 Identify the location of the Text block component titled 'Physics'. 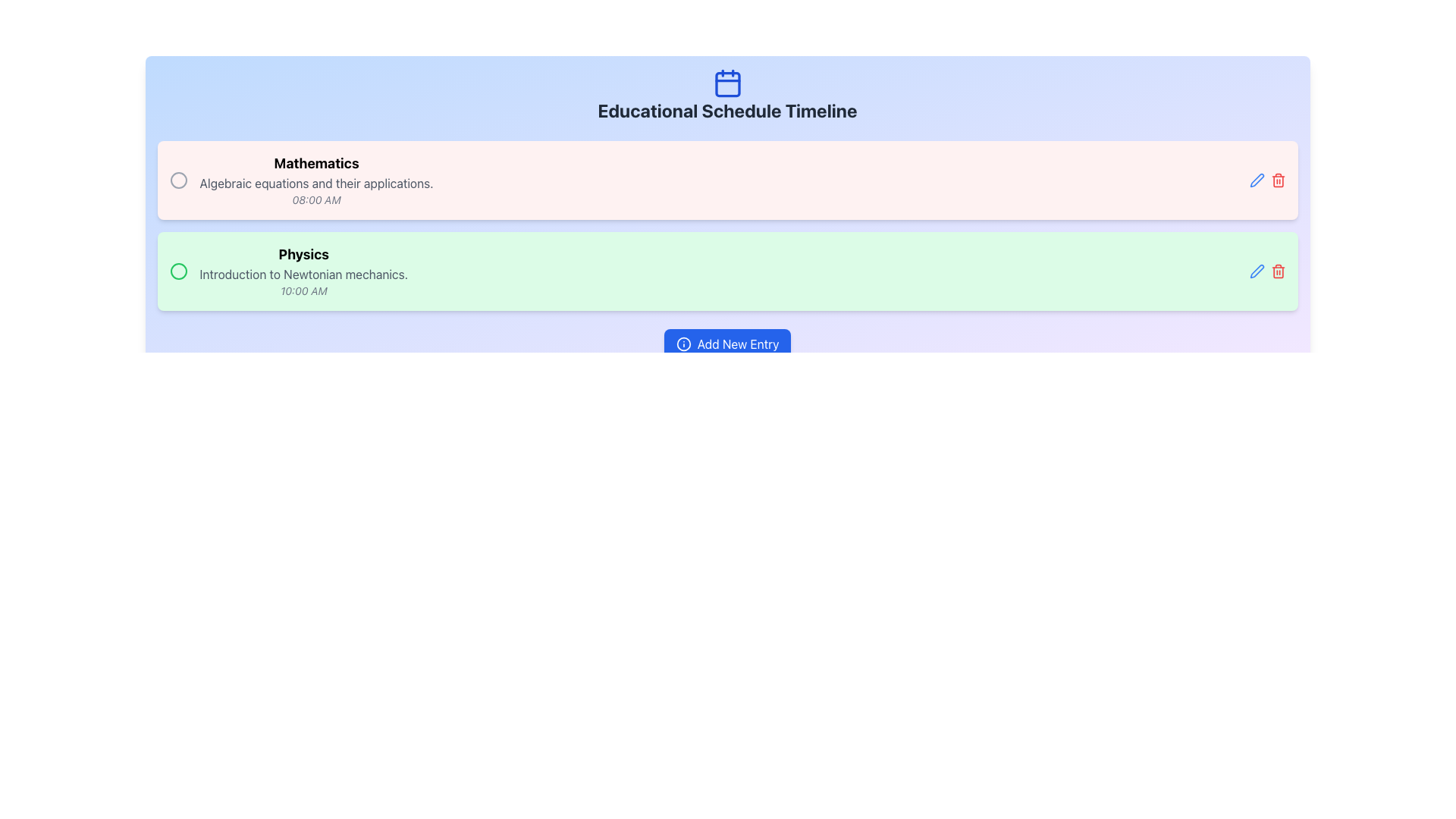
(303, 271).